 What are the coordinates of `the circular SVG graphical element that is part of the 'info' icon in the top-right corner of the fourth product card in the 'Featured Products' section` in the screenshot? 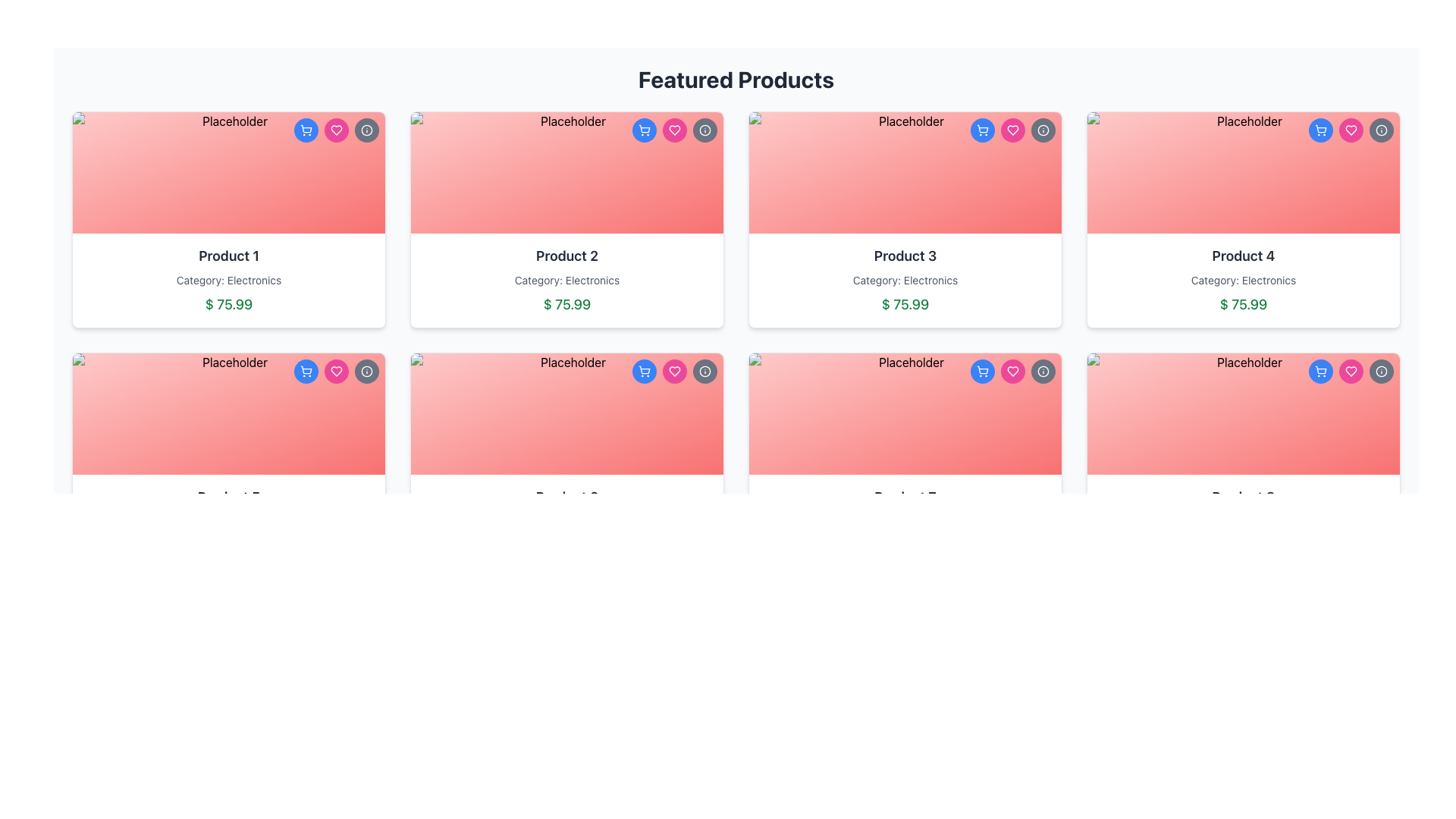 It's located at (1382, 130).